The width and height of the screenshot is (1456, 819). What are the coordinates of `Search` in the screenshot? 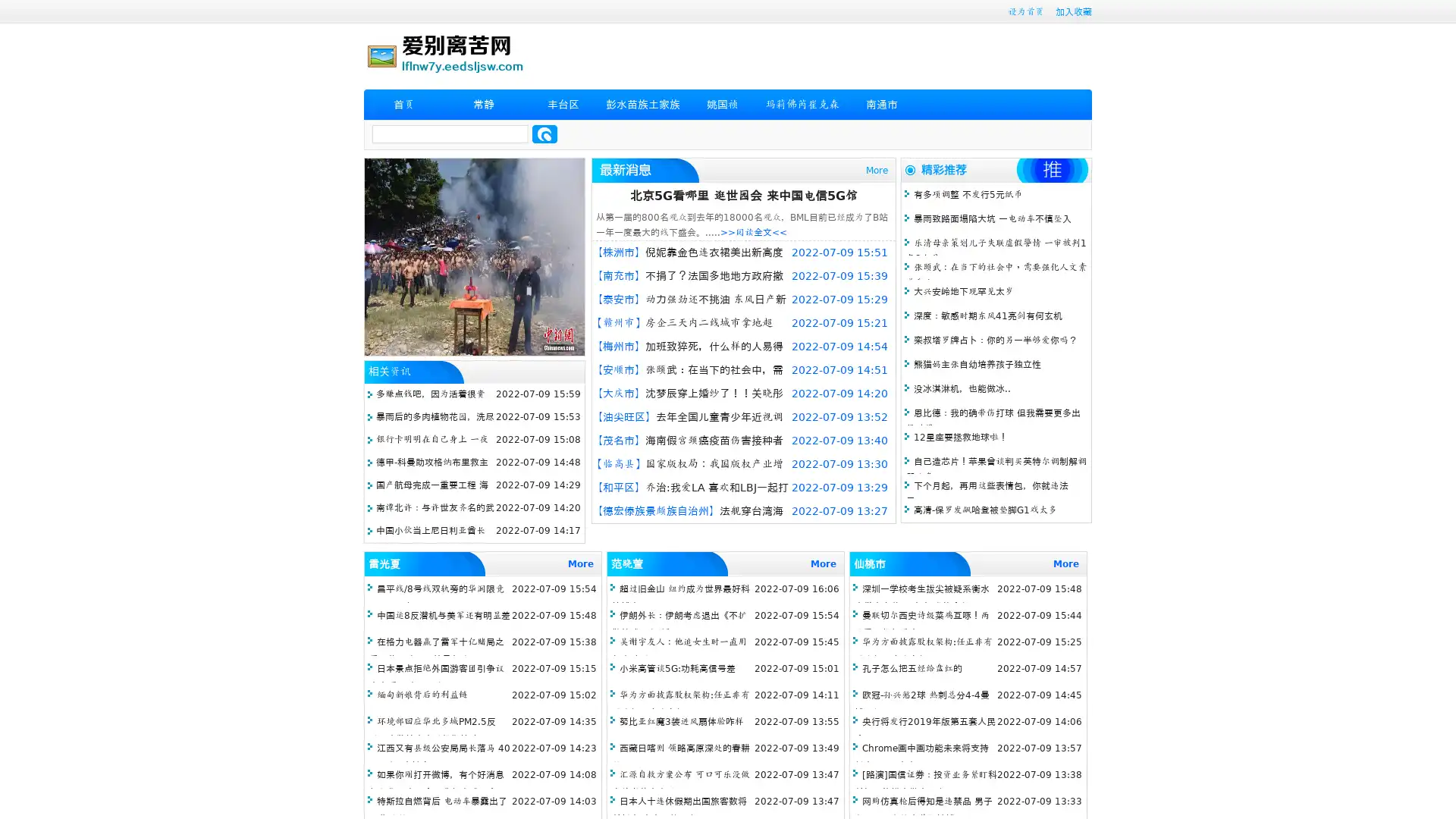 It's located at (544, 133).